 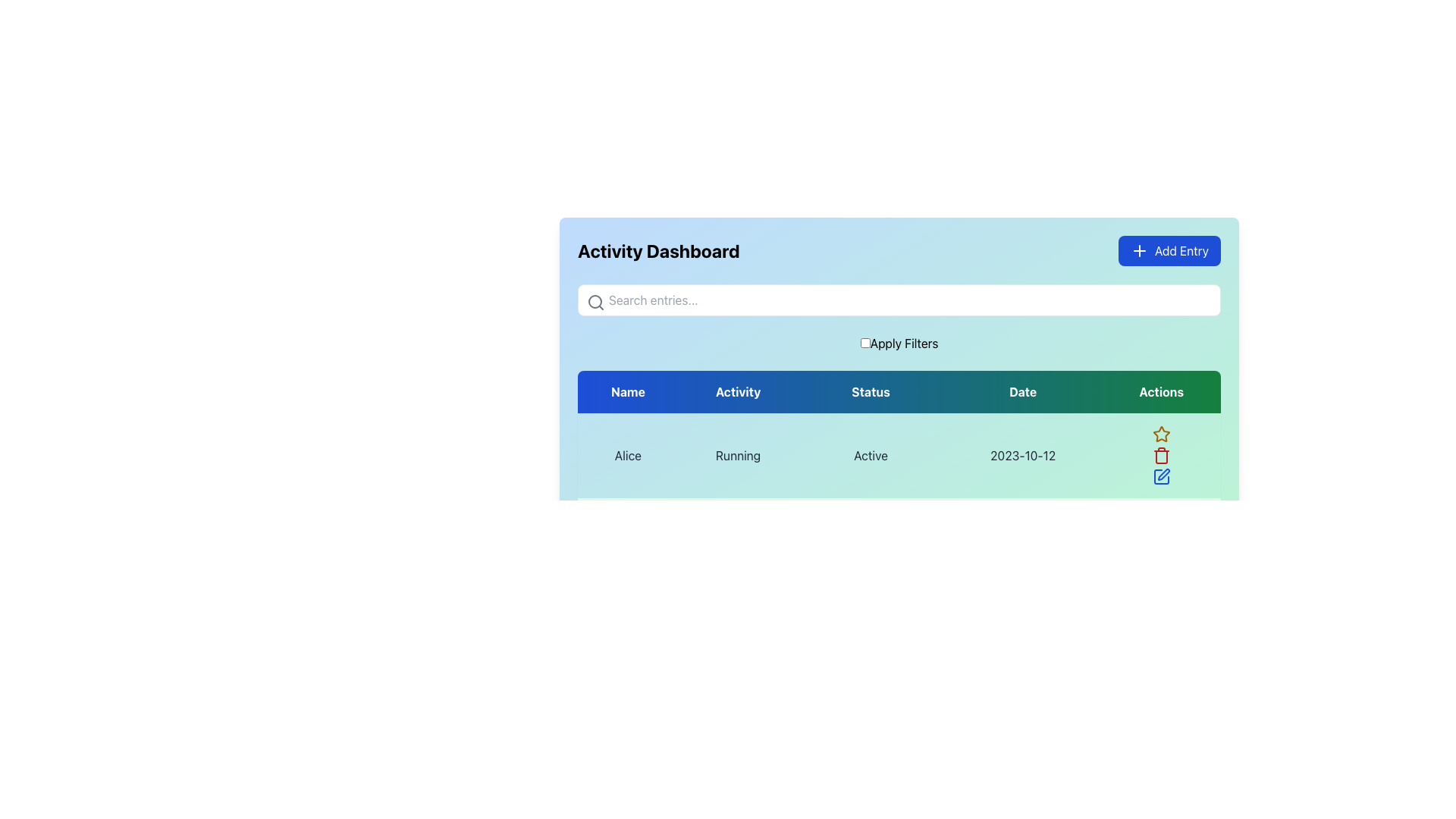 I want to click on the Text Label that identifies the user or entity named 'Alice' in the first row of the activity log table under the 'Name' column, so click(x=628, y=455).